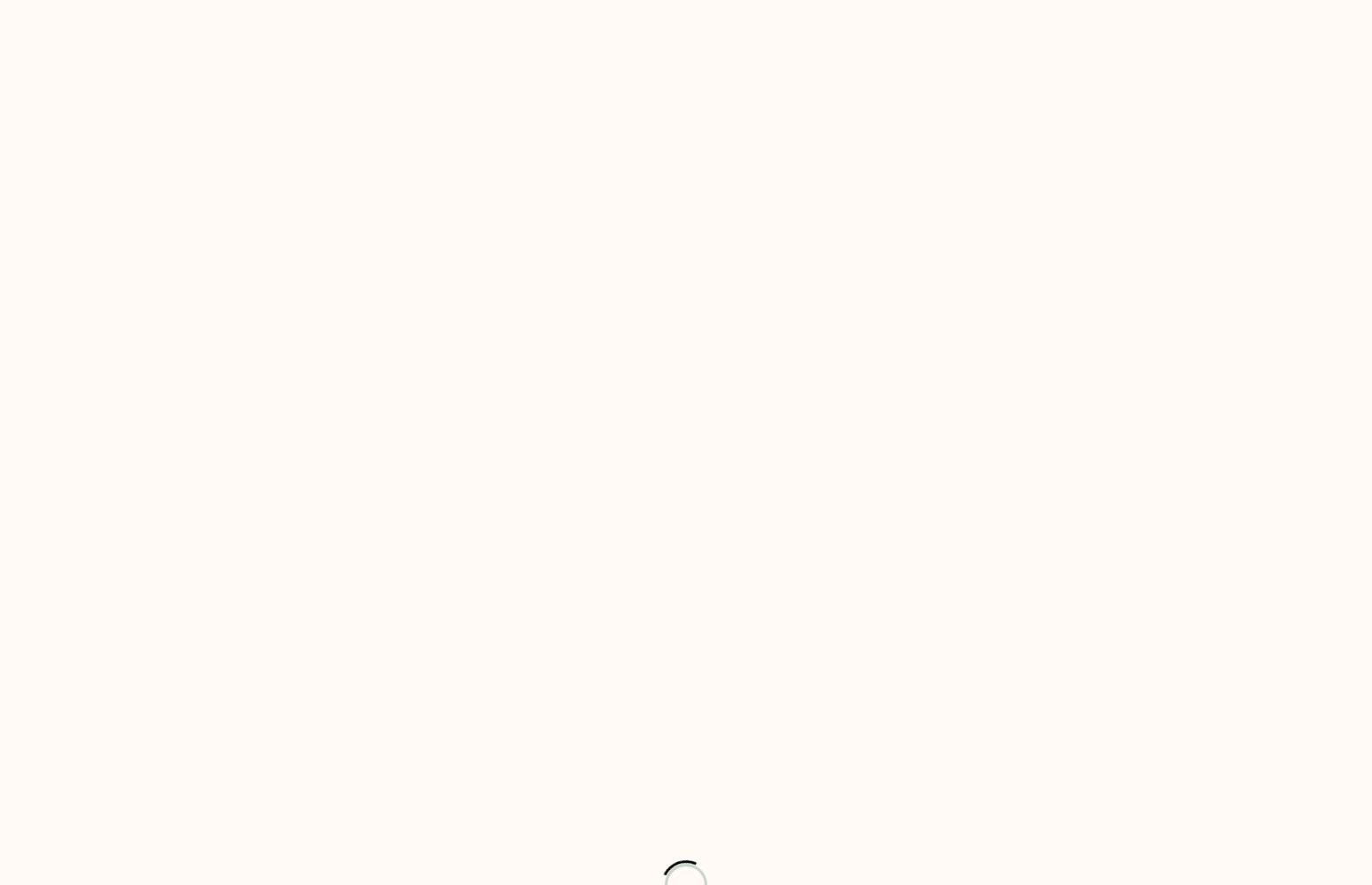 This screenshot has height=885, width=1372. I want to click on 'Ellie’s Hats – Our February Community Outreach Partner', so click(551, 287).